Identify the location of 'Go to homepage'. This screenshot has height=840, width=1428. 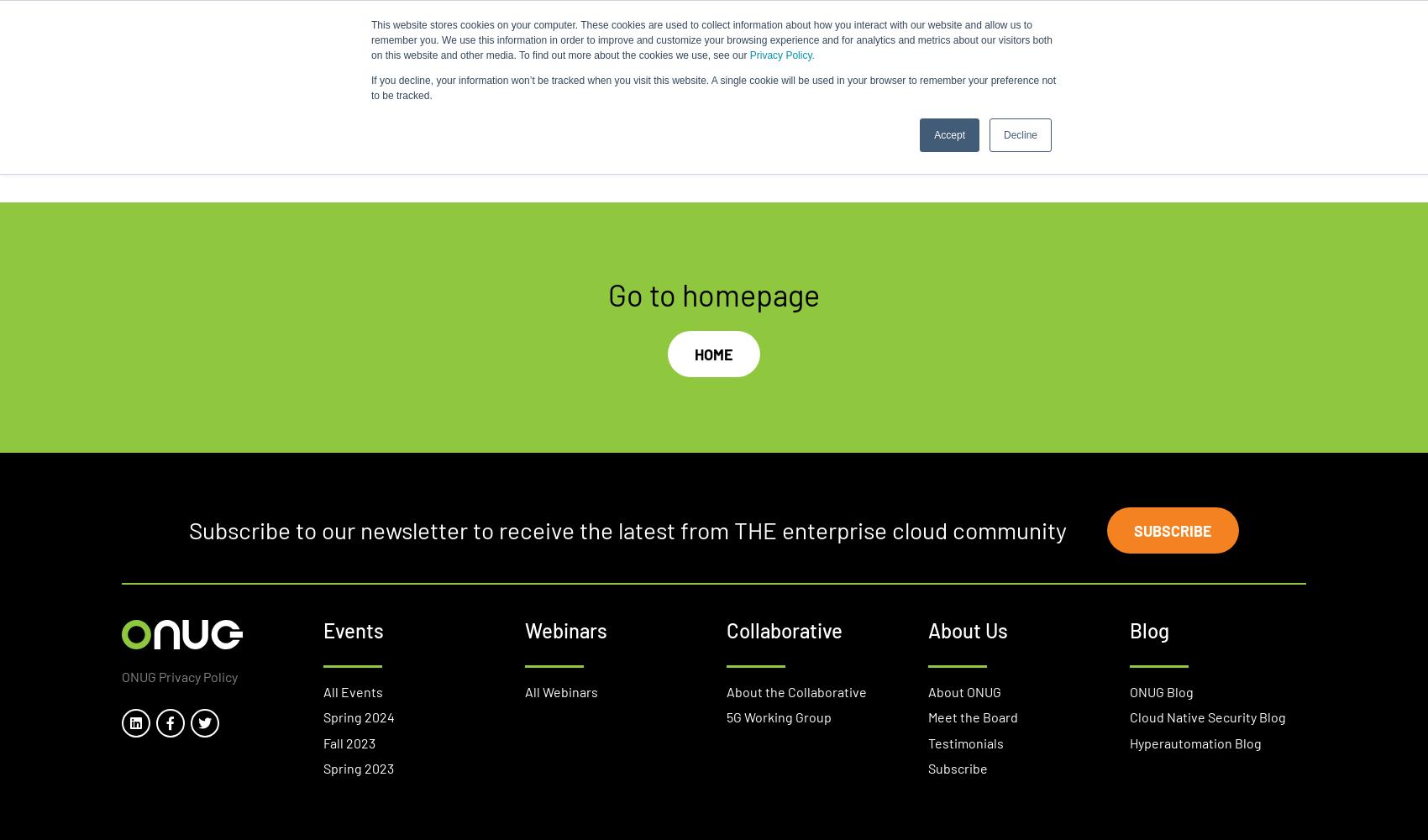
(714, 292).